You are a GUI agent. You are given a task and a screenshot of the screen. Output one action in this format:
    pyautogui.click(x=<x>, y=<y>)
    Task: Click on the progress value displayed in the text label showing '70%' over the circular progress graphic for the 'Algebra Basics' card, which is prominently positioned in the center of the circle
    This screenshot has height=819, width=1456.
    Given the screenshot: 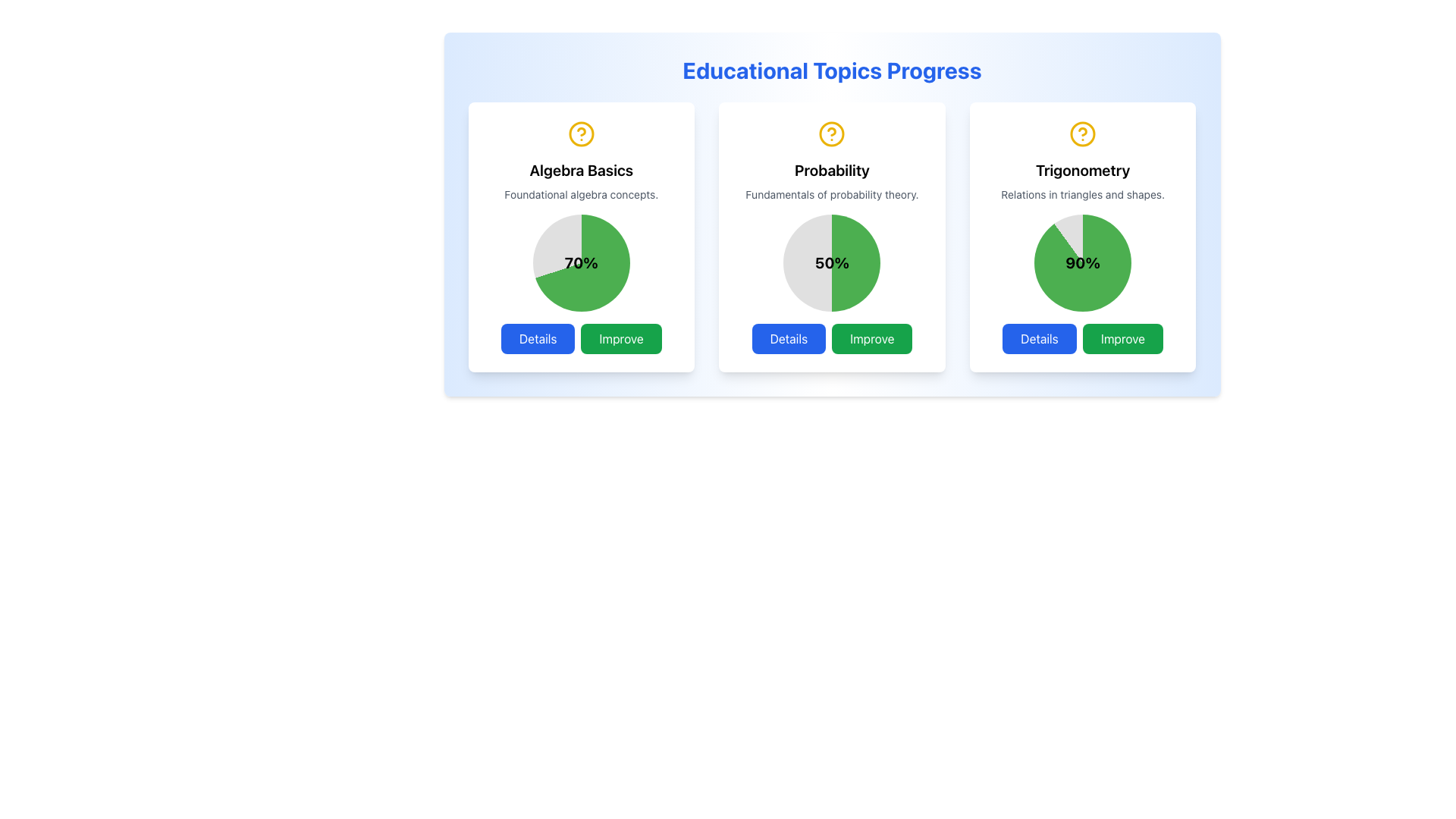 What is the action you would take?
    pyautogui.click(x=580, y=262)
    